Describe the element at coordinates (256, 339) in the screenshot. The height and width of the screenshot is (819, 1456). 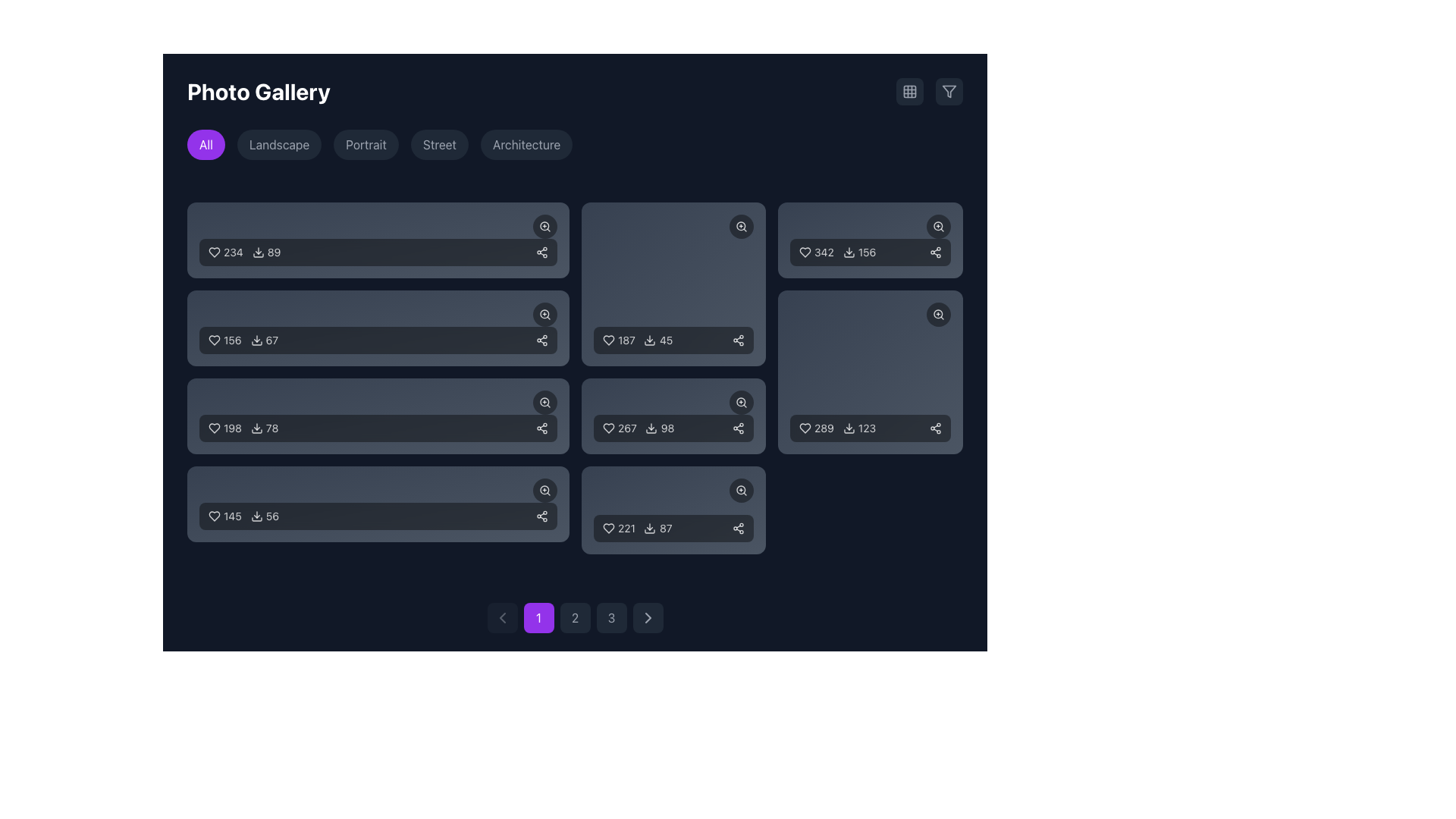
I see `the download icon, which is a small, thin, white outlined downward arrow located in the second card of the gallery layout, to the right of the heart icon and before the text block displaying '67'` at that location.